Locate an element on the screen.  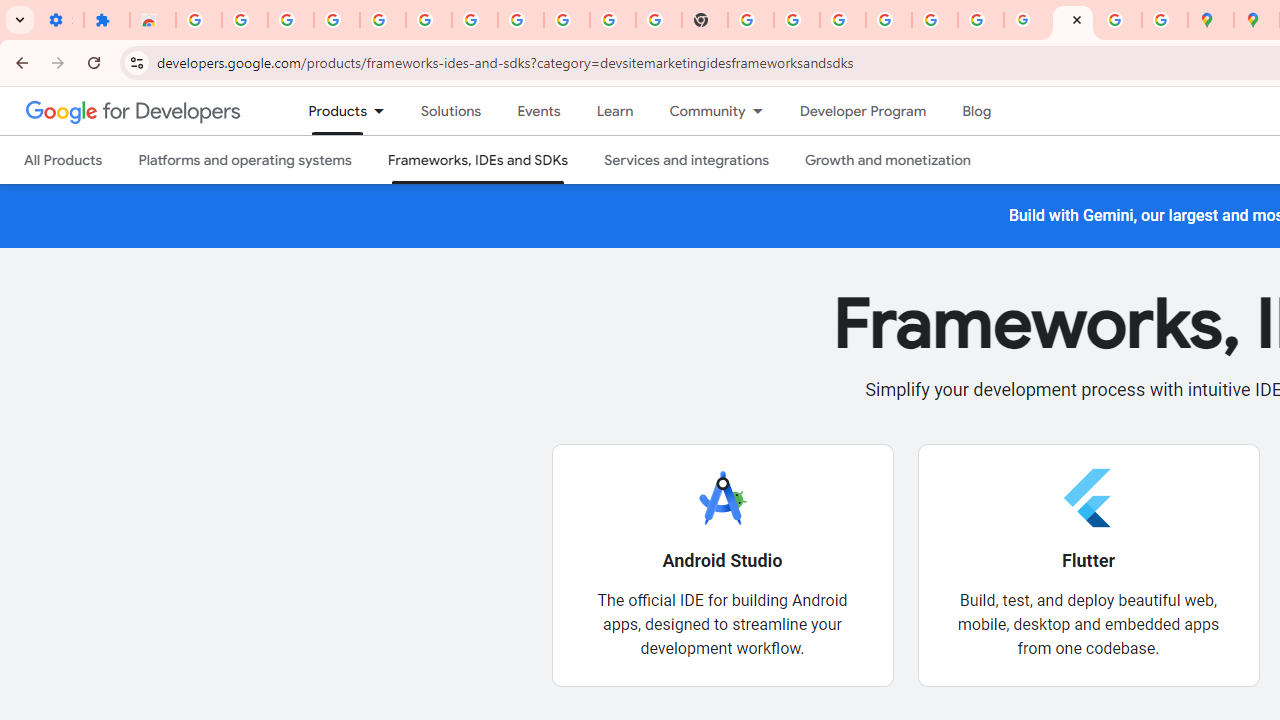
'Dropdown menu for Products' is located at coordinates (385, 111).